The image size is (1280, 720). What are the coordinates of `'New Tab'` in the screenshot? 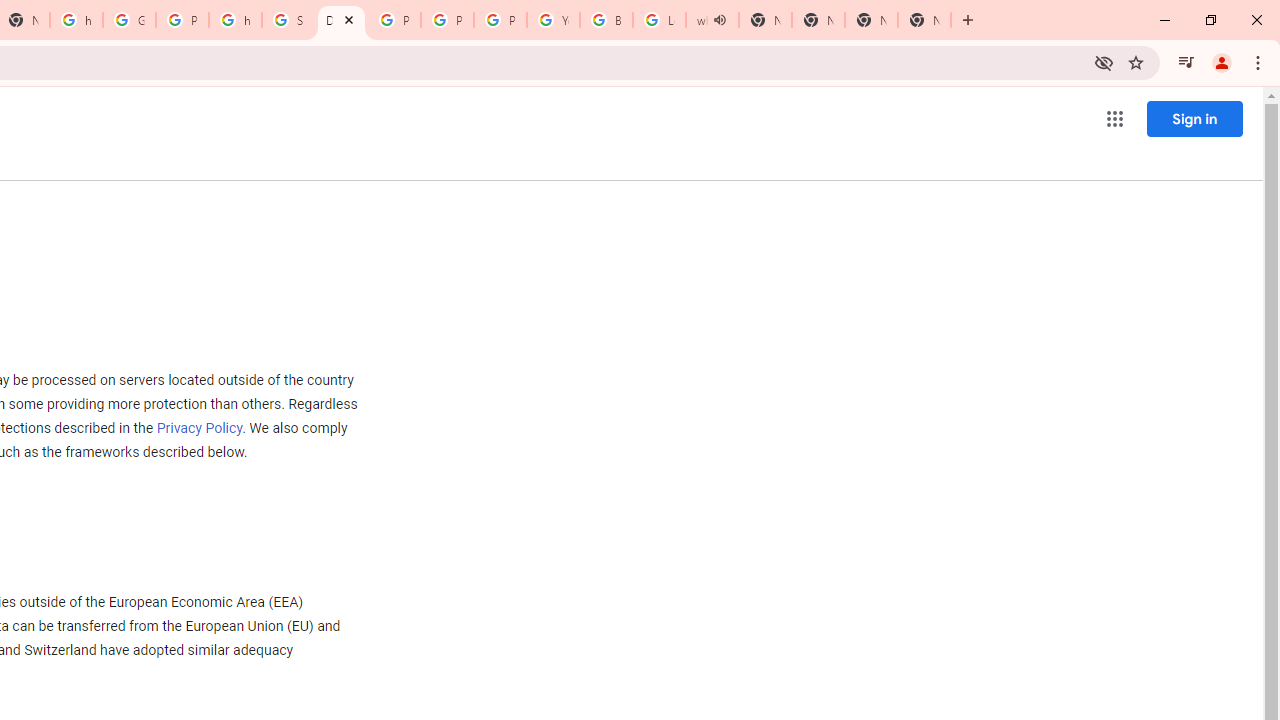 It's located at (871, 20).